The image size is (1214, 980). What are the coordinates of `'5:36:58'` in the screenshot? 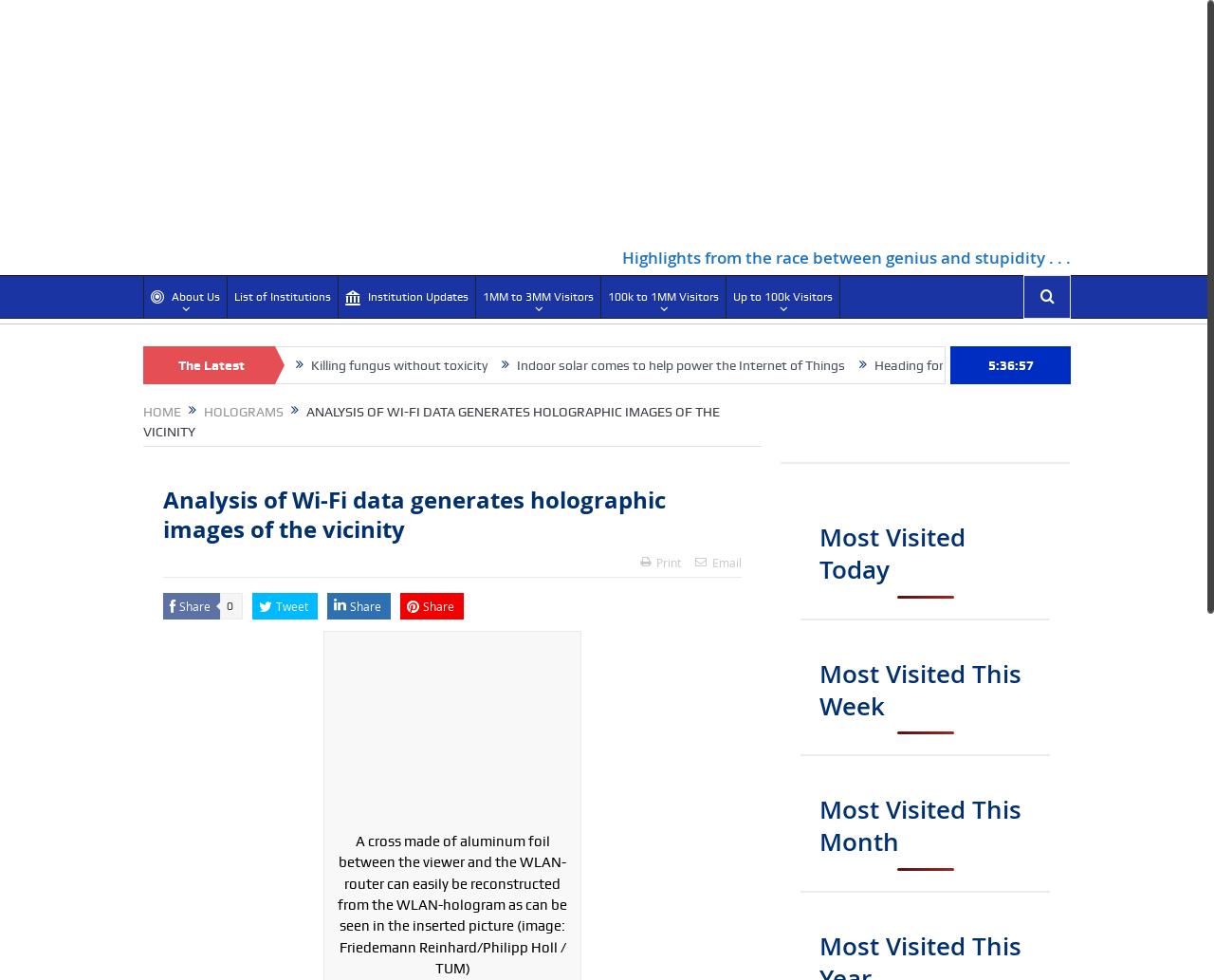 It's located at (1008, 364).